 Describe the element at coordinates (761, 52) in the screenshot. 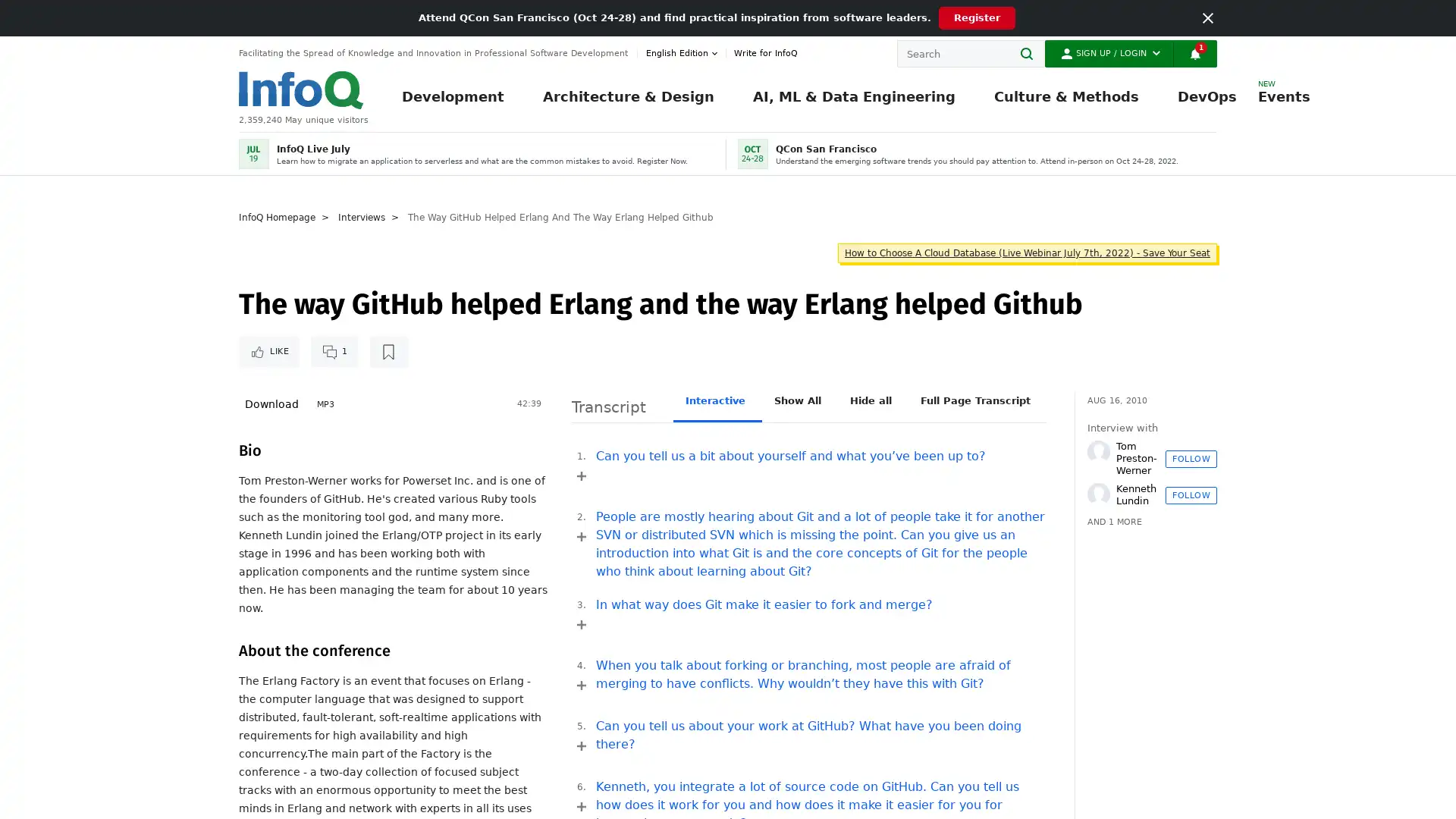

I see `Write for InfoQ` at that location.